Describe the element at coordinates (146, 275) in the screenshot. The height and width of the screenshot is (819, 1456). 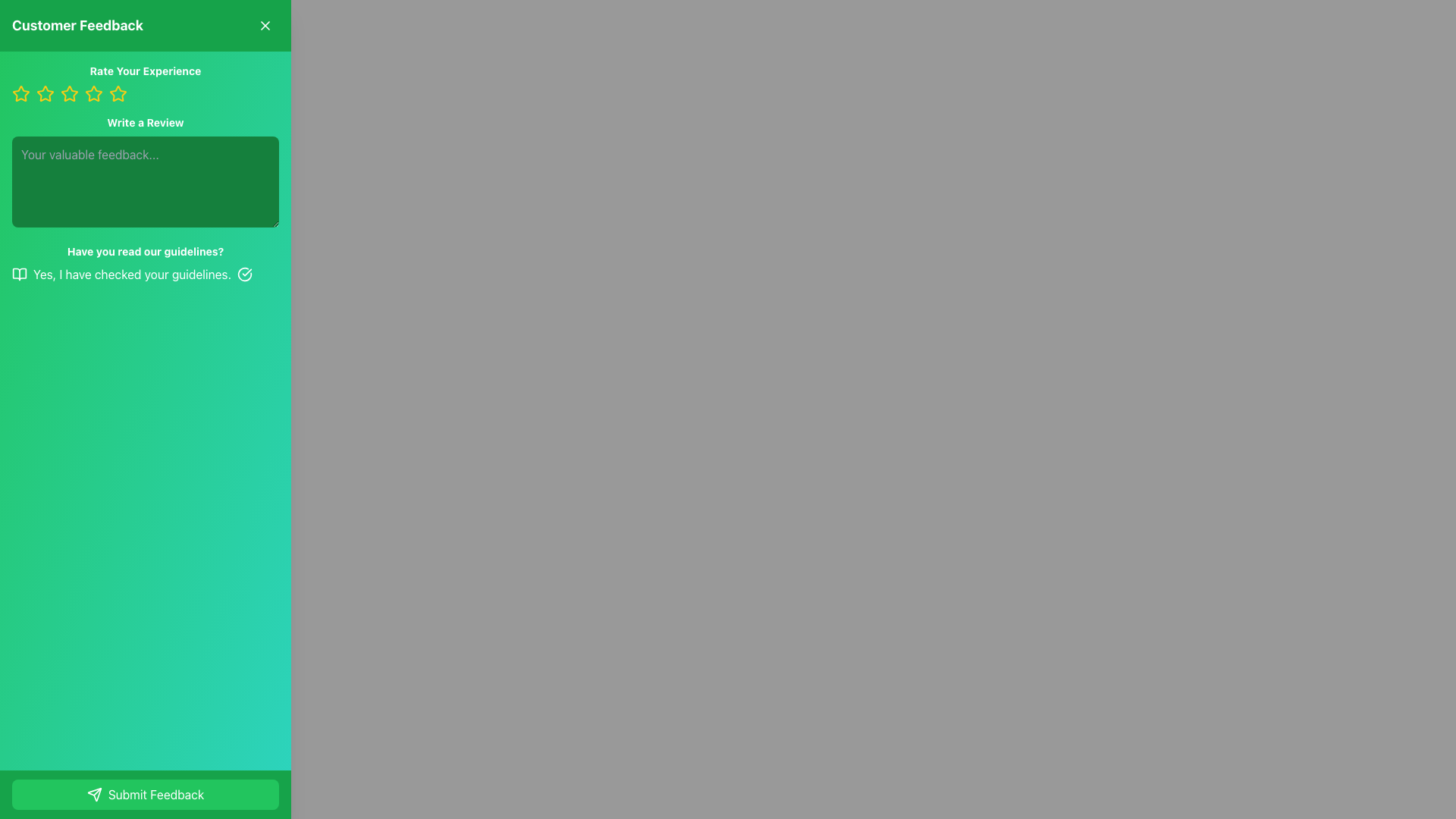
I see `the guidelines by interacting with the checkbox, icon, and text group located below the question 'Have you read our guidelines?'` at that location.